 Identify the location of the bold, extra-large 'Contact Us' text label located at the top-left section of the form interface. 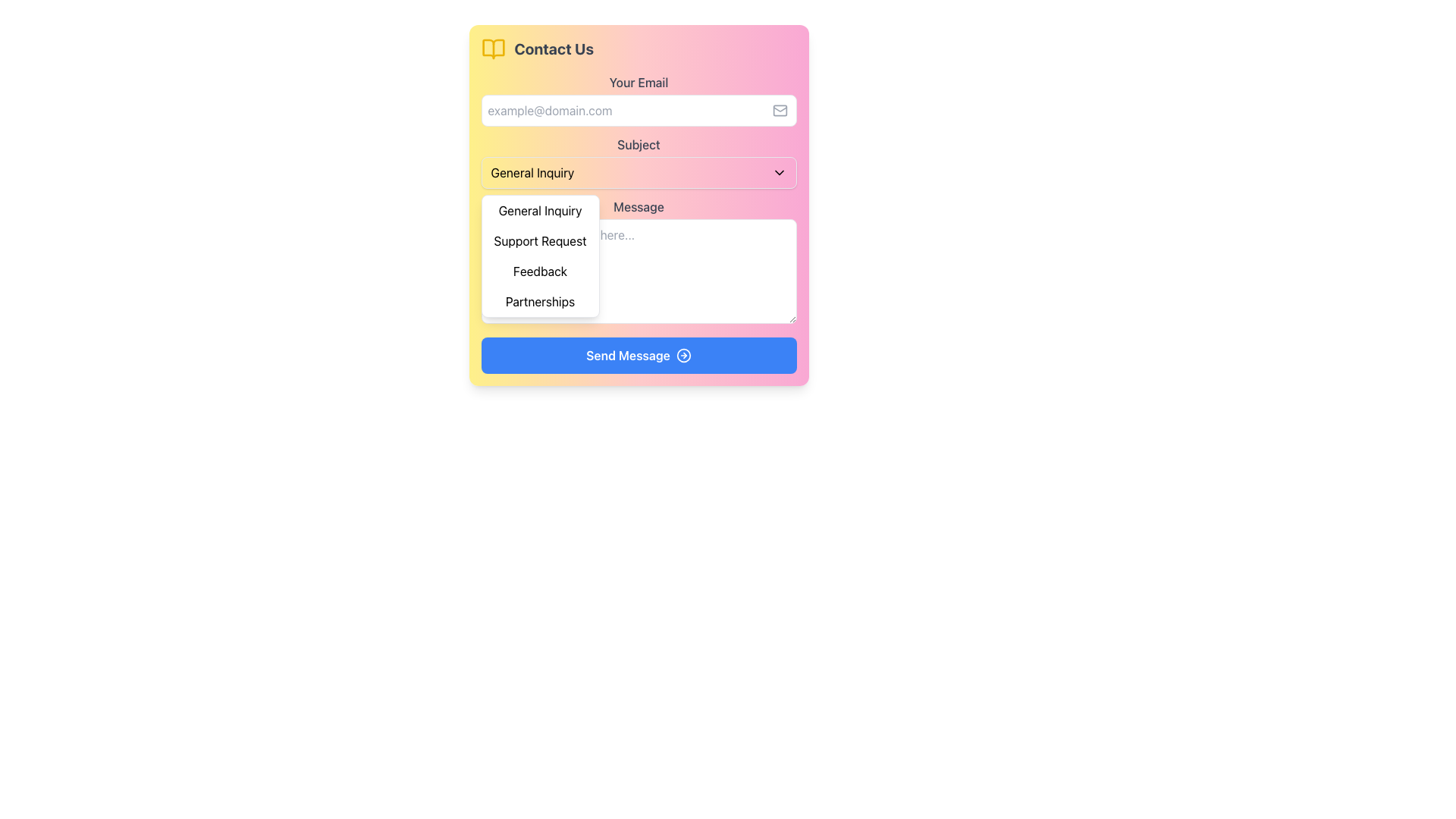
(553, 49).